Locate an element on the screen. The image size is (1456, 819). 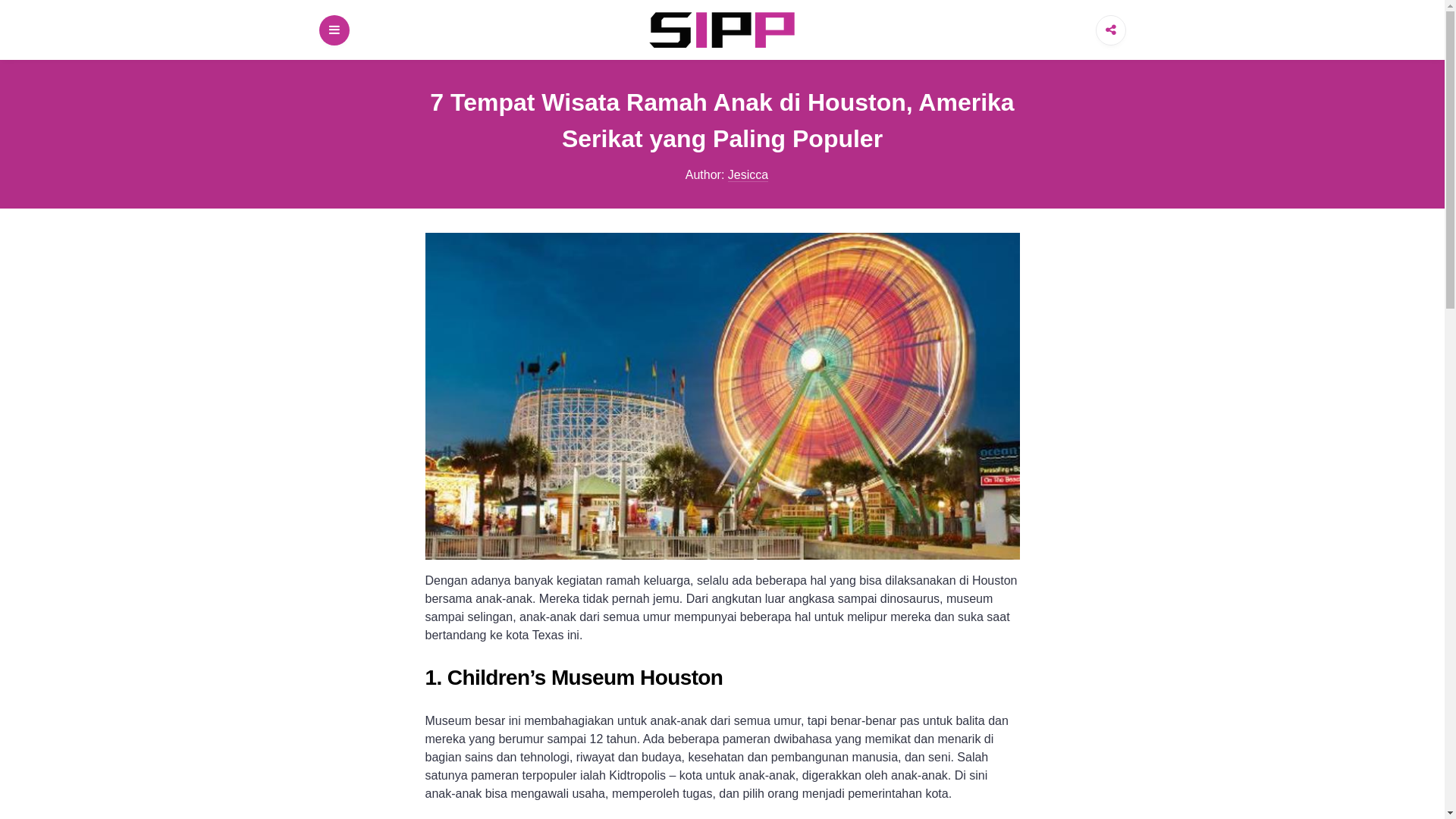
'Jesicca' is located at coordinates (728, 174).